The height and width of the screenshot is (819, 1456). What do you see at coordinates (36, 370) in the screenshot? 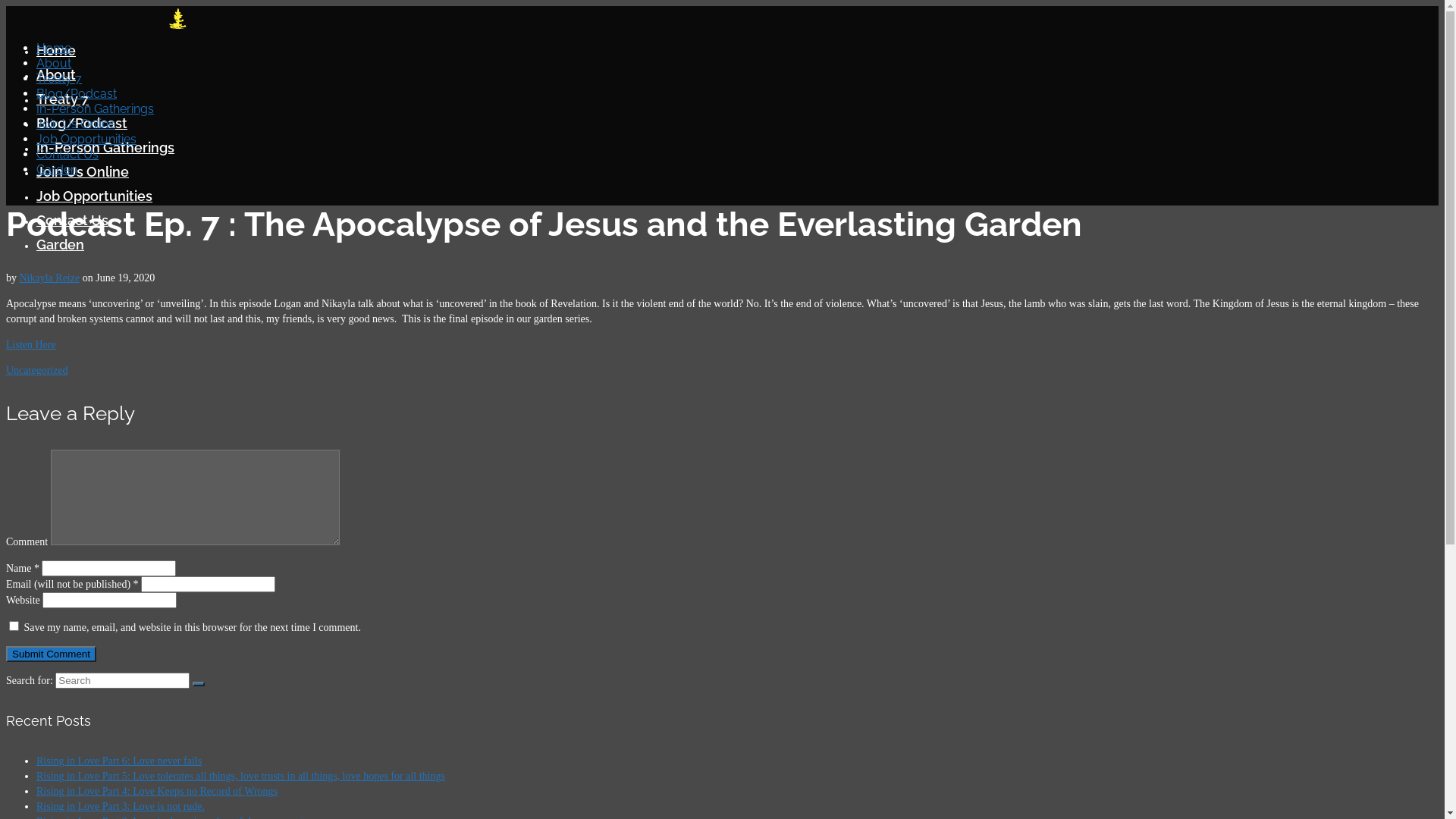
I see `'Uncategorized'` at bounding box center [36, 370].